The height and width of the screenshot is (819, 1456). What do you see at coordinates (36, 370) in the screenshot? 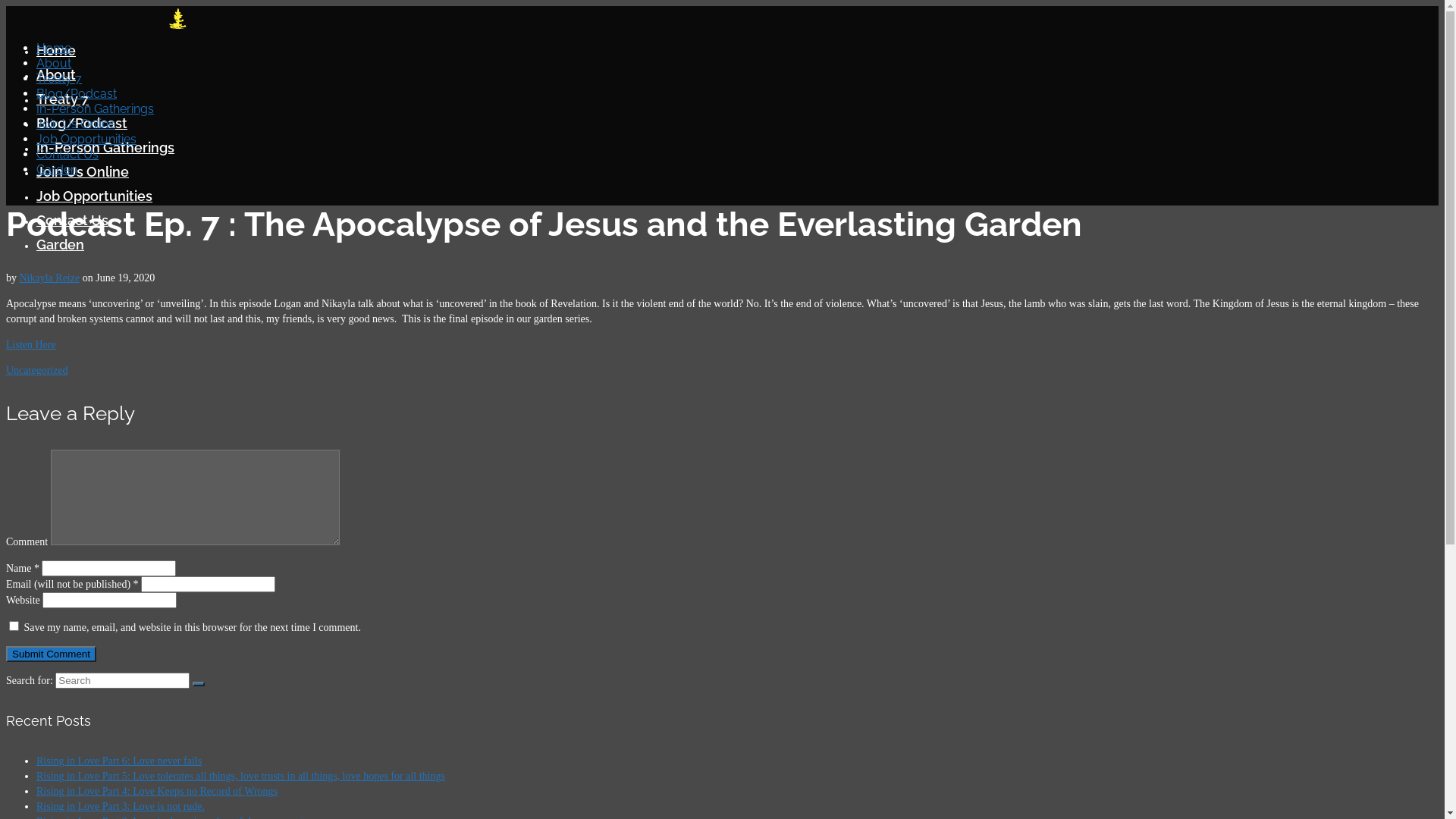
I see `'Uncategorized'` at bounding box center [36, 370].